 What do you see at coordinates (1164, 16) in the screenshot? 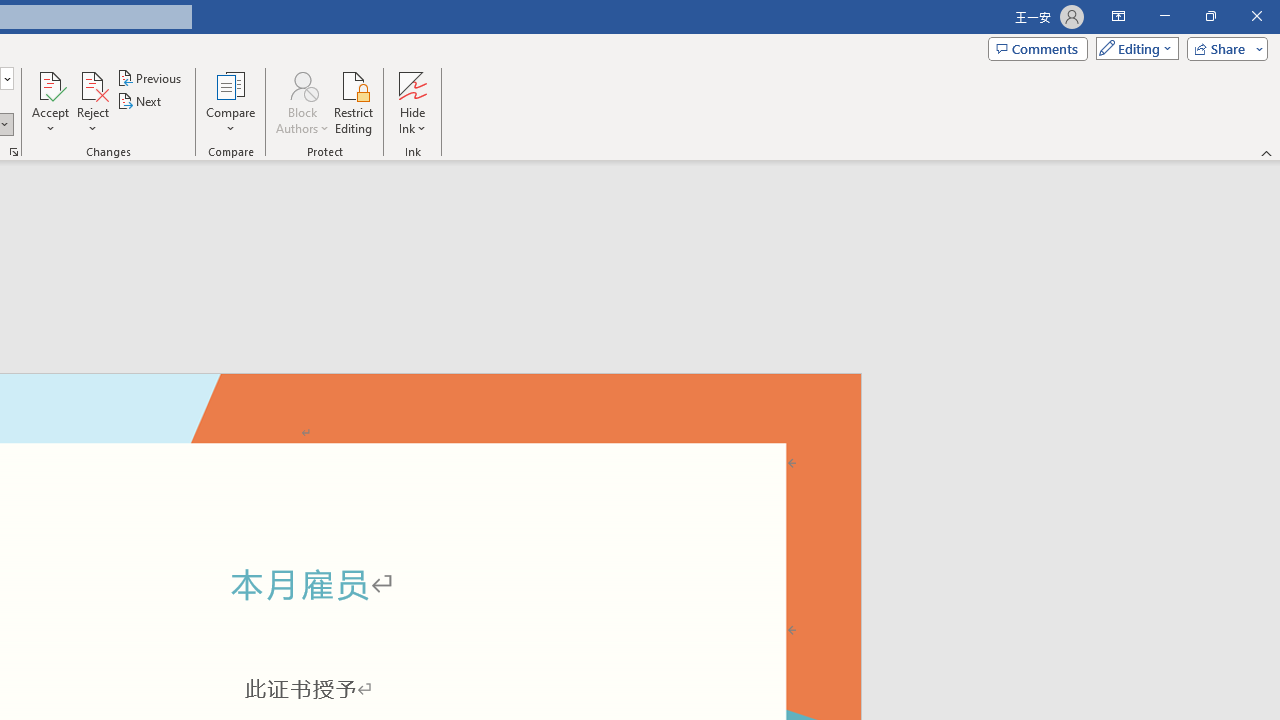
I see `'Minimize'` at bounding box center [1164, 16].